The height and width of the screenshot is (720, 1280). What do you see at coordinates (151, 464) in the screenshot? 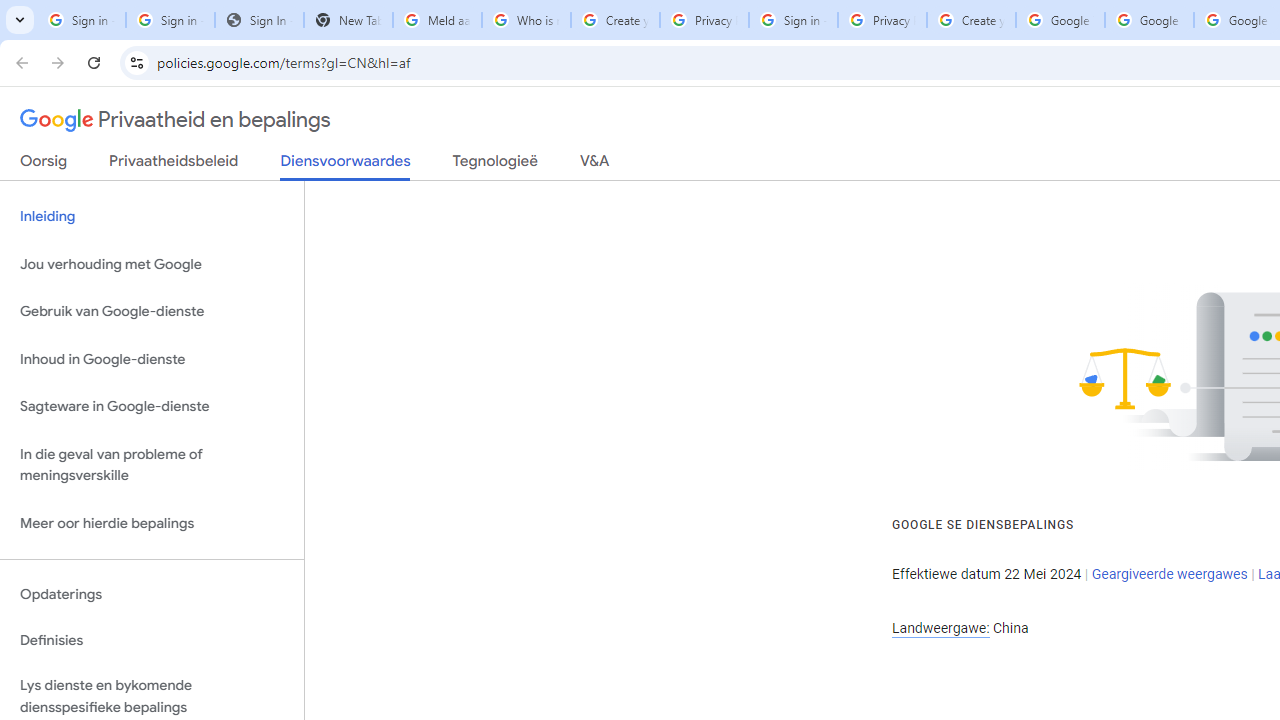
I see `'In die geval van probleme of meningsverskille'` at bounding box center [151, 464].